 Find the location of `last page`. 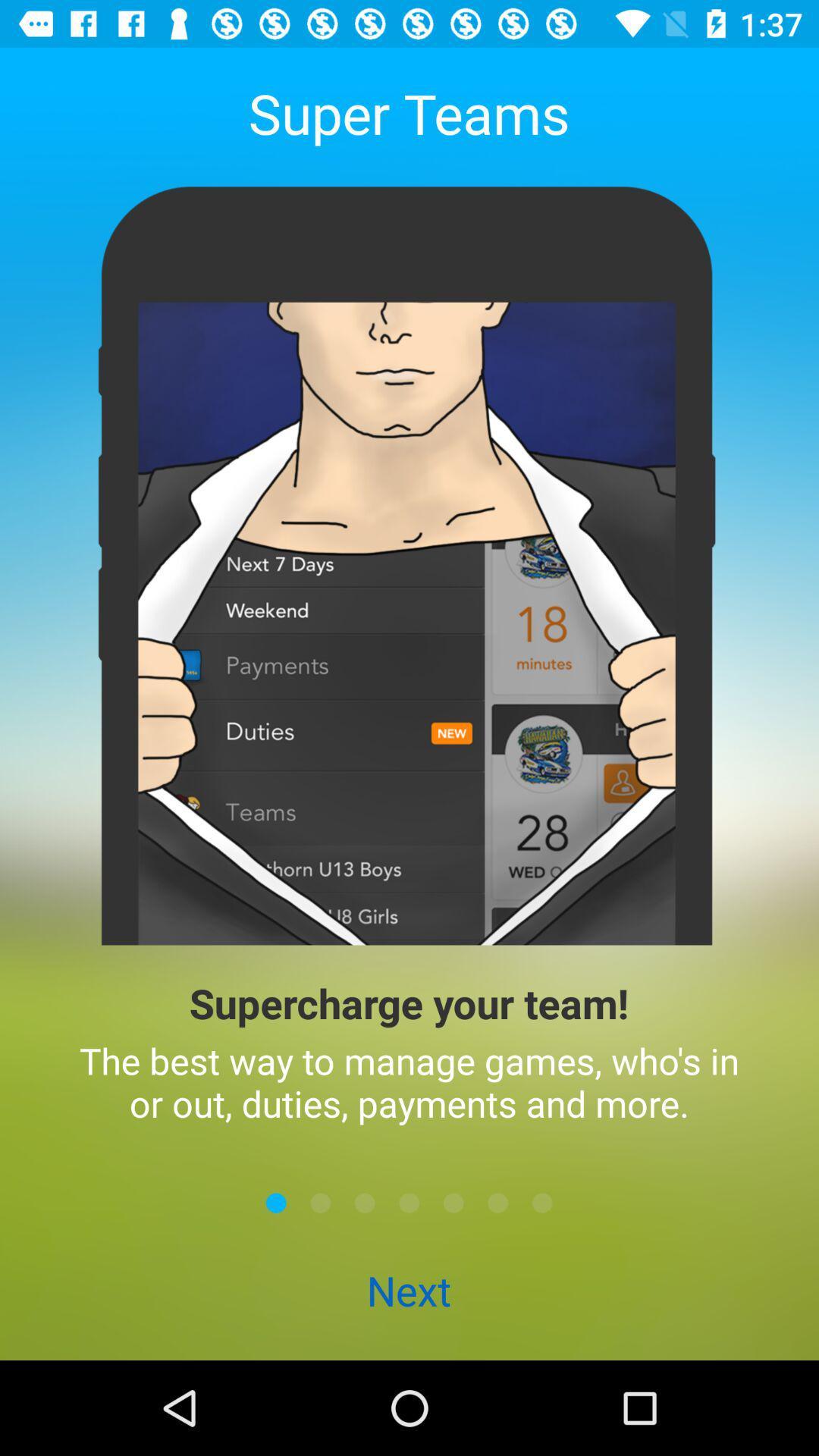

last page is located at coordinates (541, 1202).